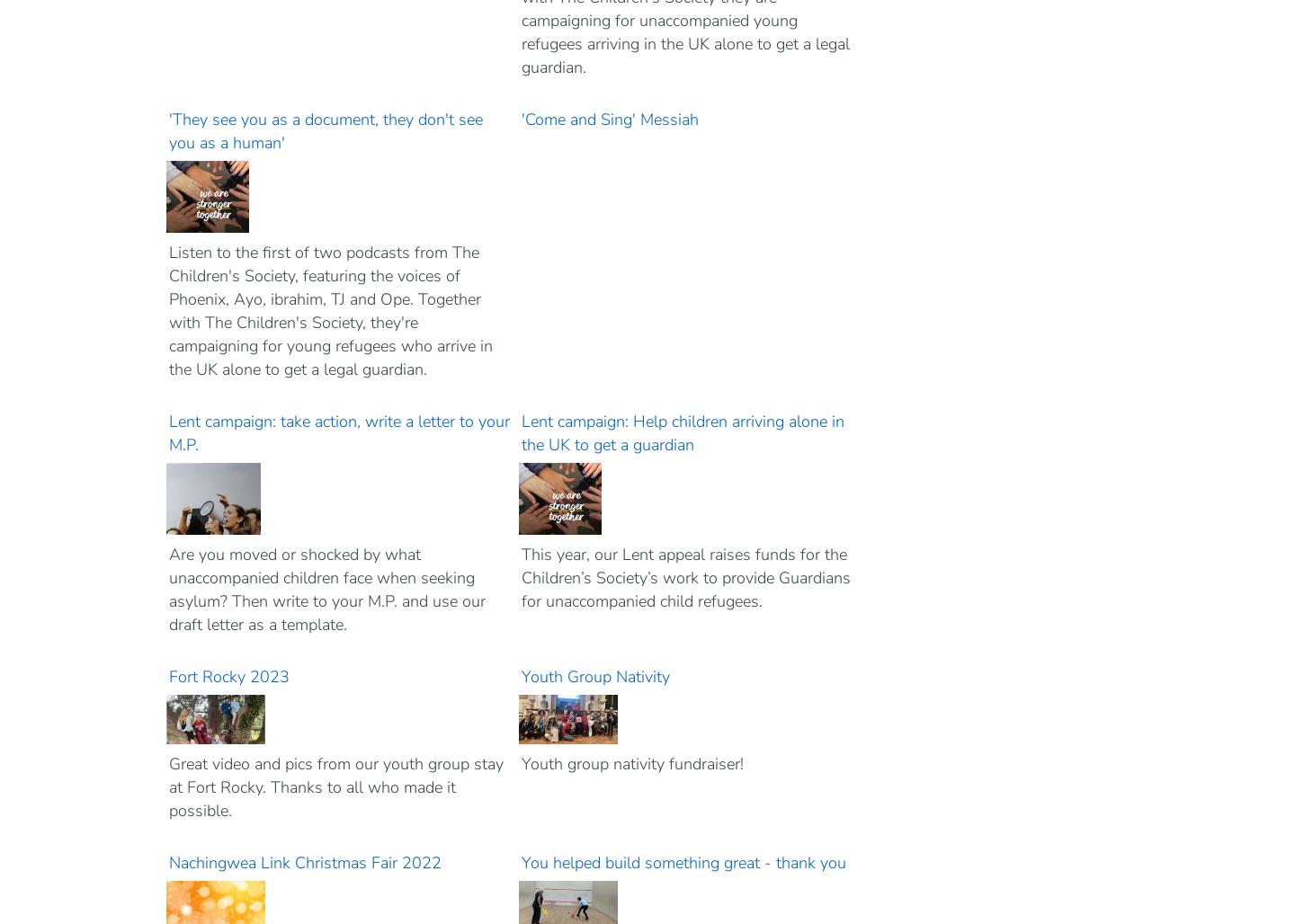 Image resolution: width=1295 pixels, height=924 pixels. I want to click on 'Fort Rocky 2023', so click(230, 676).